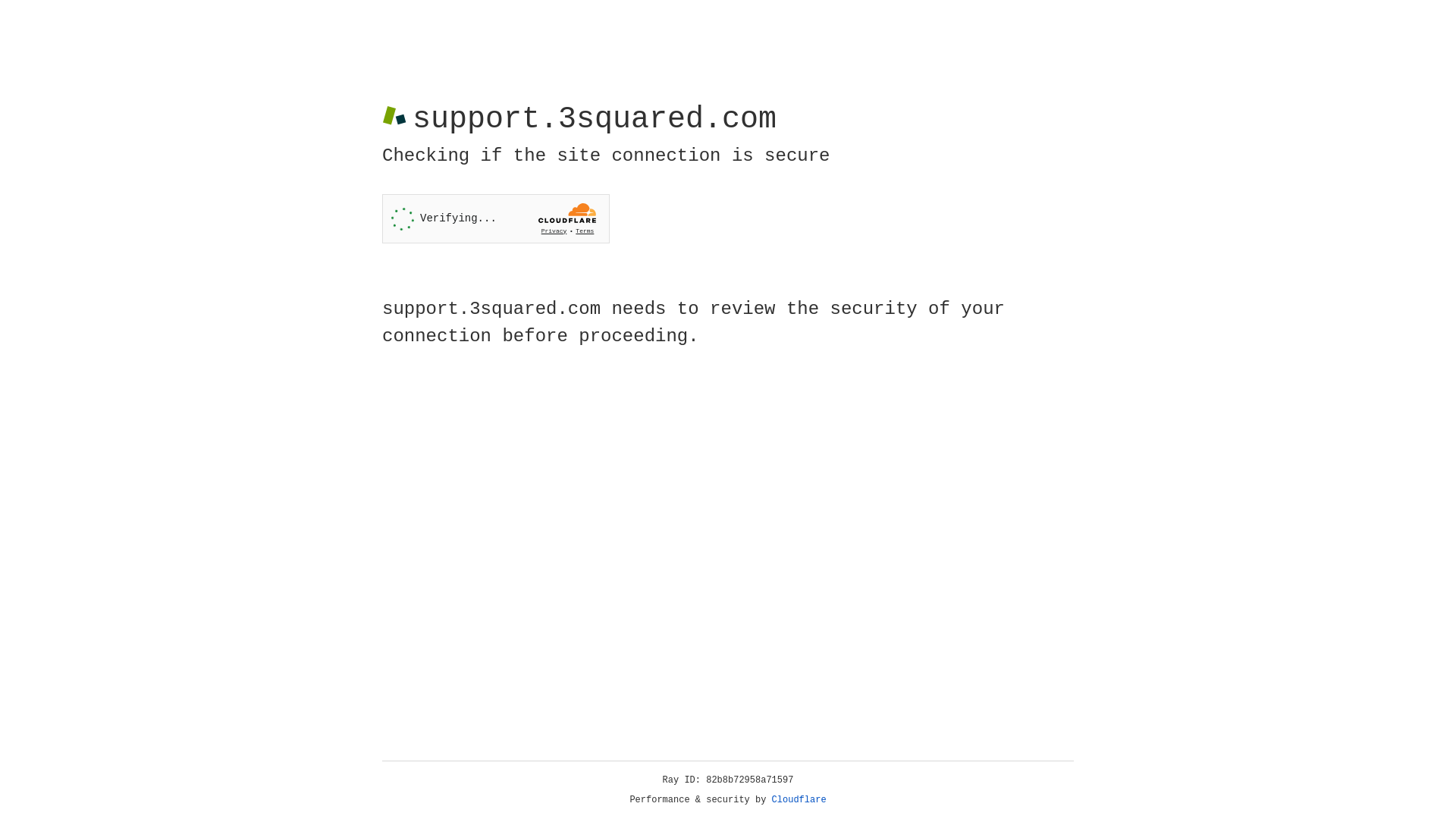 The width and height of the screenshot is (1456, 819). What do you see at coordinates (495, 218) in the screenshot?
I see `'Widget containing a Cloudflare security challenge'` at bounding box center [495, 218].